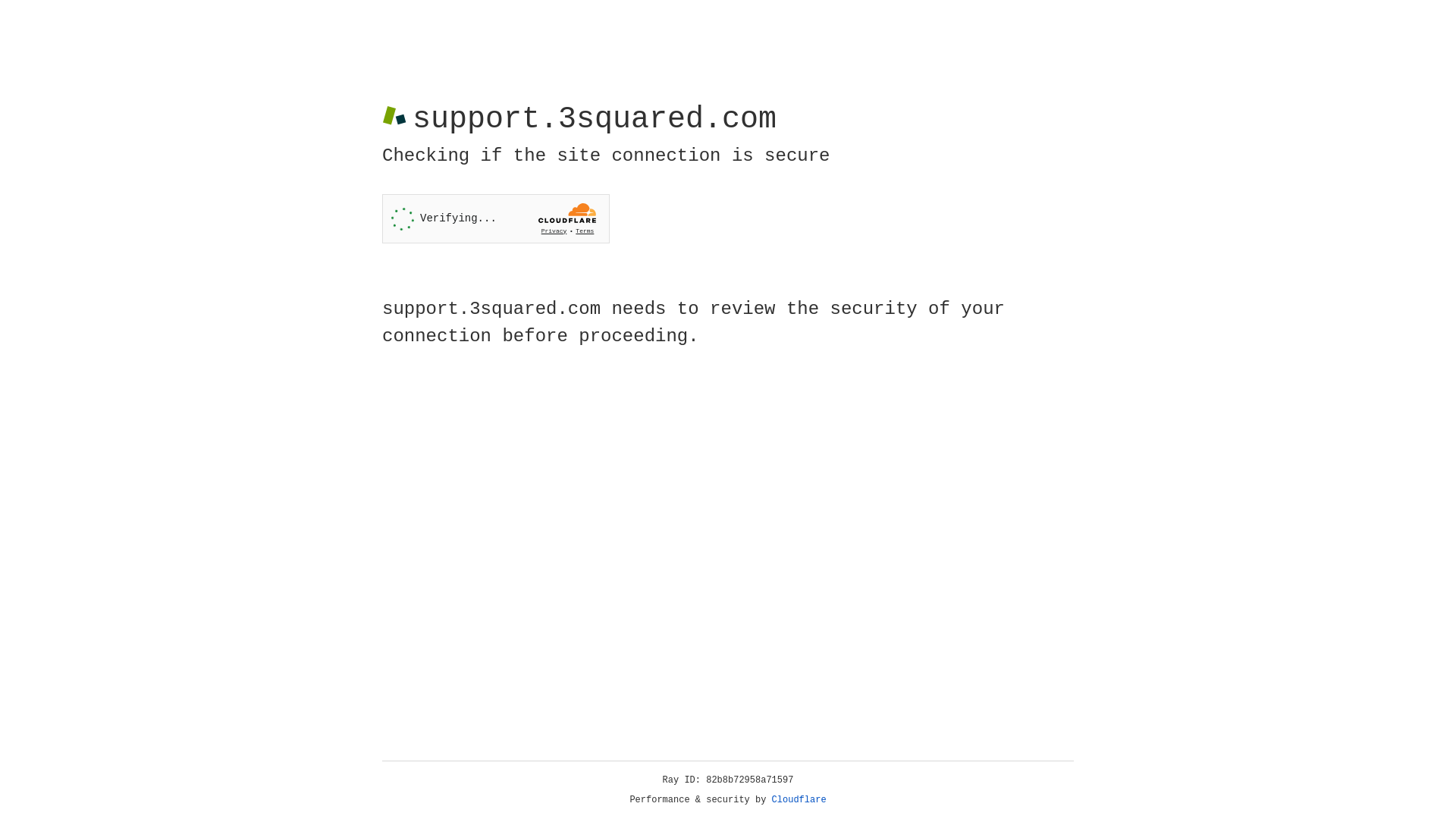 The width and height of the screenshot is (1456, 819). What do you see at coordinates (495, 218) in the screenshot?
I see `'Widget containing a Cloudflare security challenge'` at bounding box center [495, 218].